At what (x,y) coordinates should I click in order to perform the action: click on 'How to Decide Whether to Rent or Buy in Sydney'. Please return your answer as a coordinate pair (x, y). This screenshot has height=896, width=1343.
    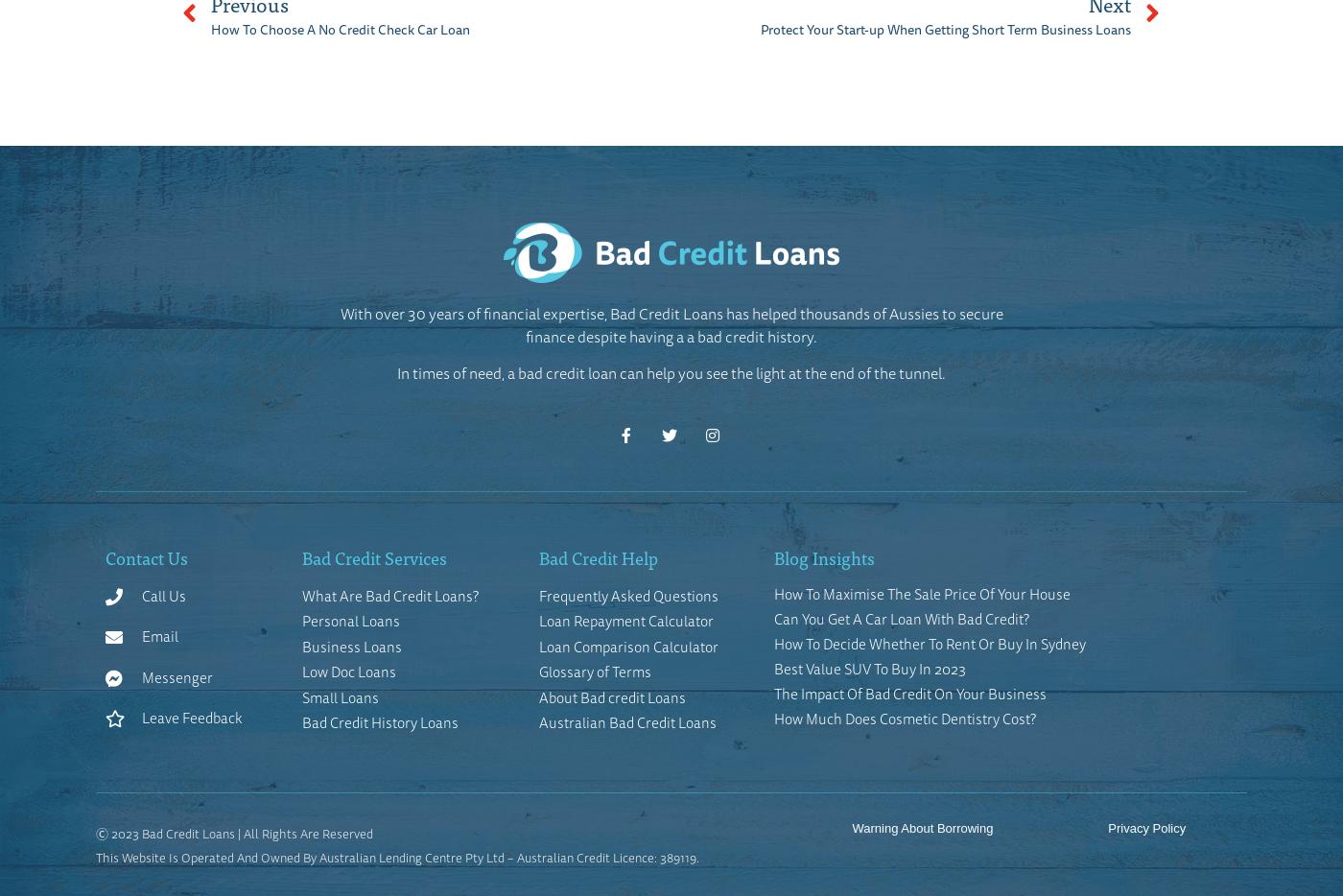
    Looking at the image, I should click on (929, 642).